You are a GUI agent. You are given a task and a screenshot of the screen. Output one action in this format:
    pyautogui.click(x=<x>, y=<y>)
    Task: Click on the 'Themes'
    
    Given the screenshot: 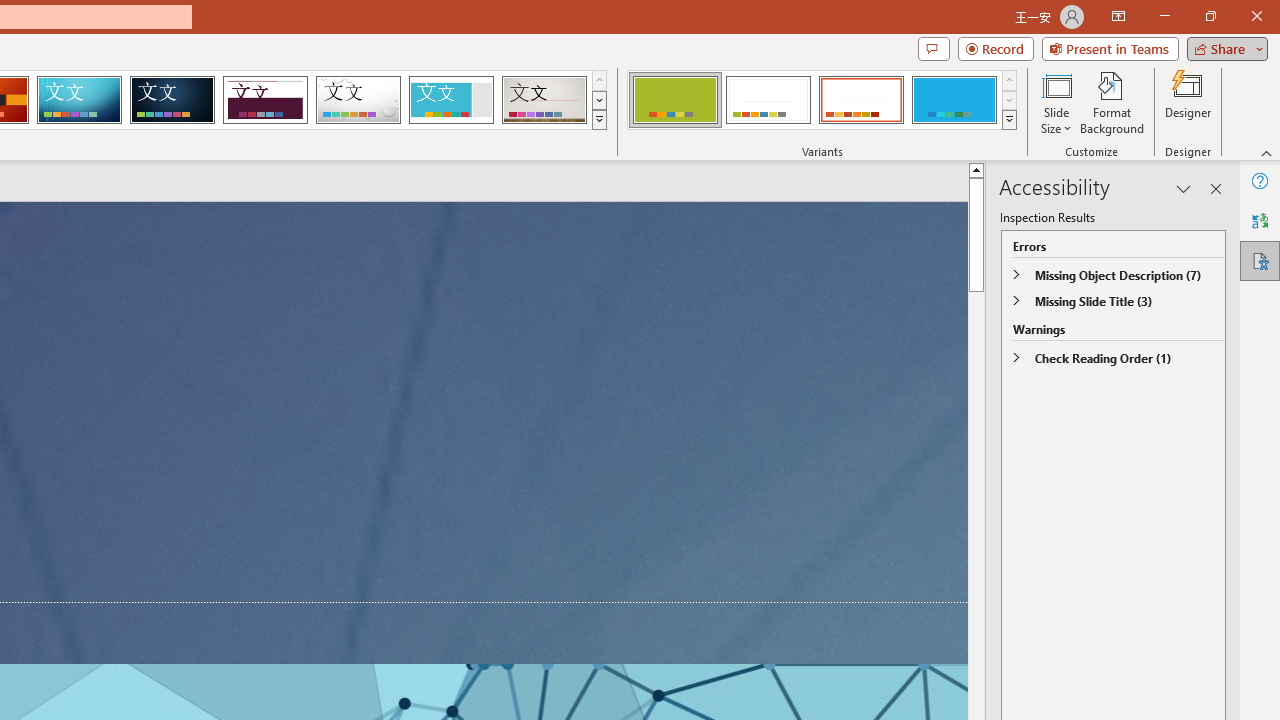 What is the action you would take?
    pyautogui.click(x=598, y=120)
    